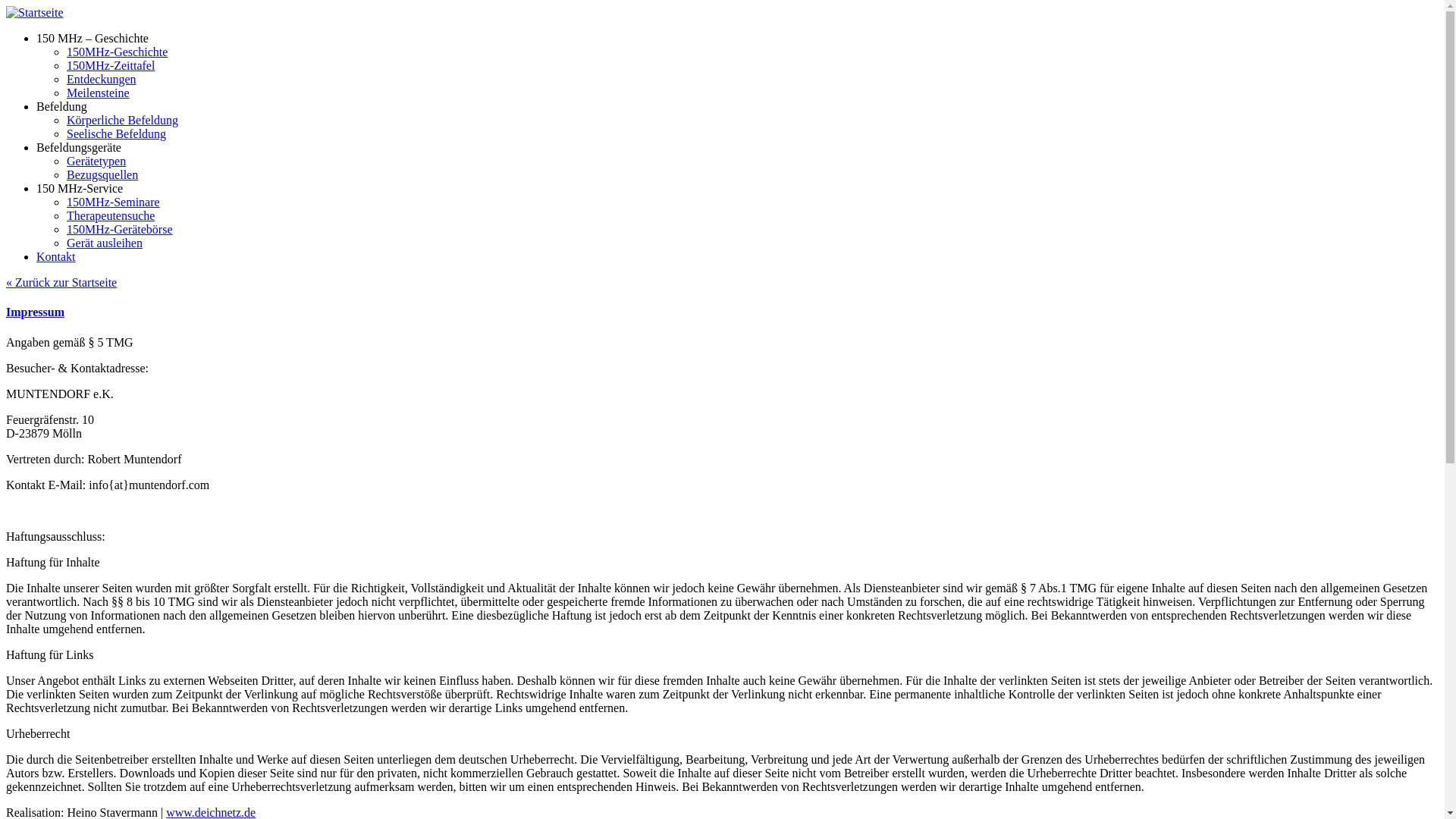  Describe the element at coordinates (55, 256) in the screenshot. I see `'Kontakt'` at that location.